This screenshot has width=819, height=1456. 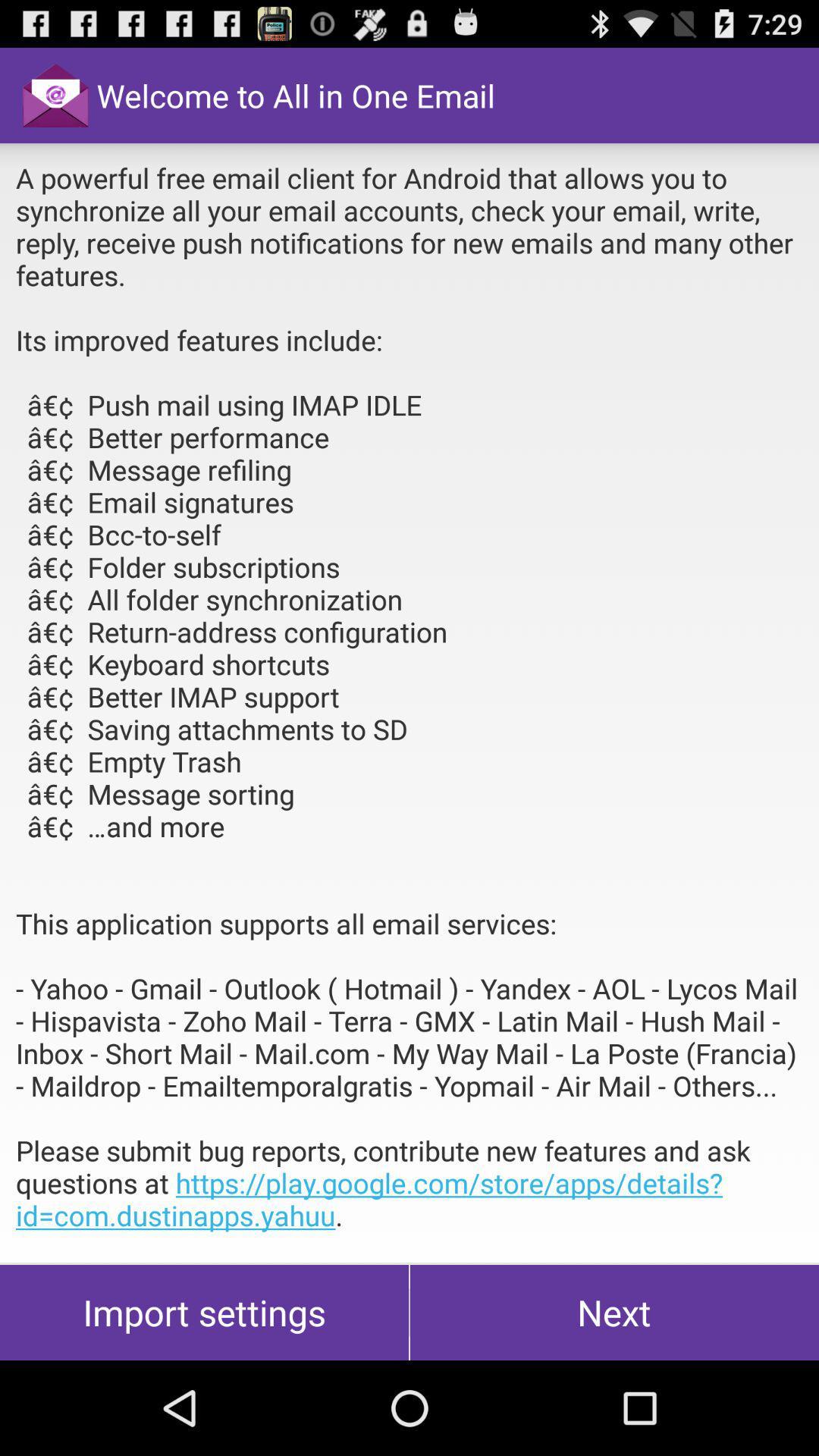 I want to click on next at the bottom right corner, so click(x=614, y=1312).